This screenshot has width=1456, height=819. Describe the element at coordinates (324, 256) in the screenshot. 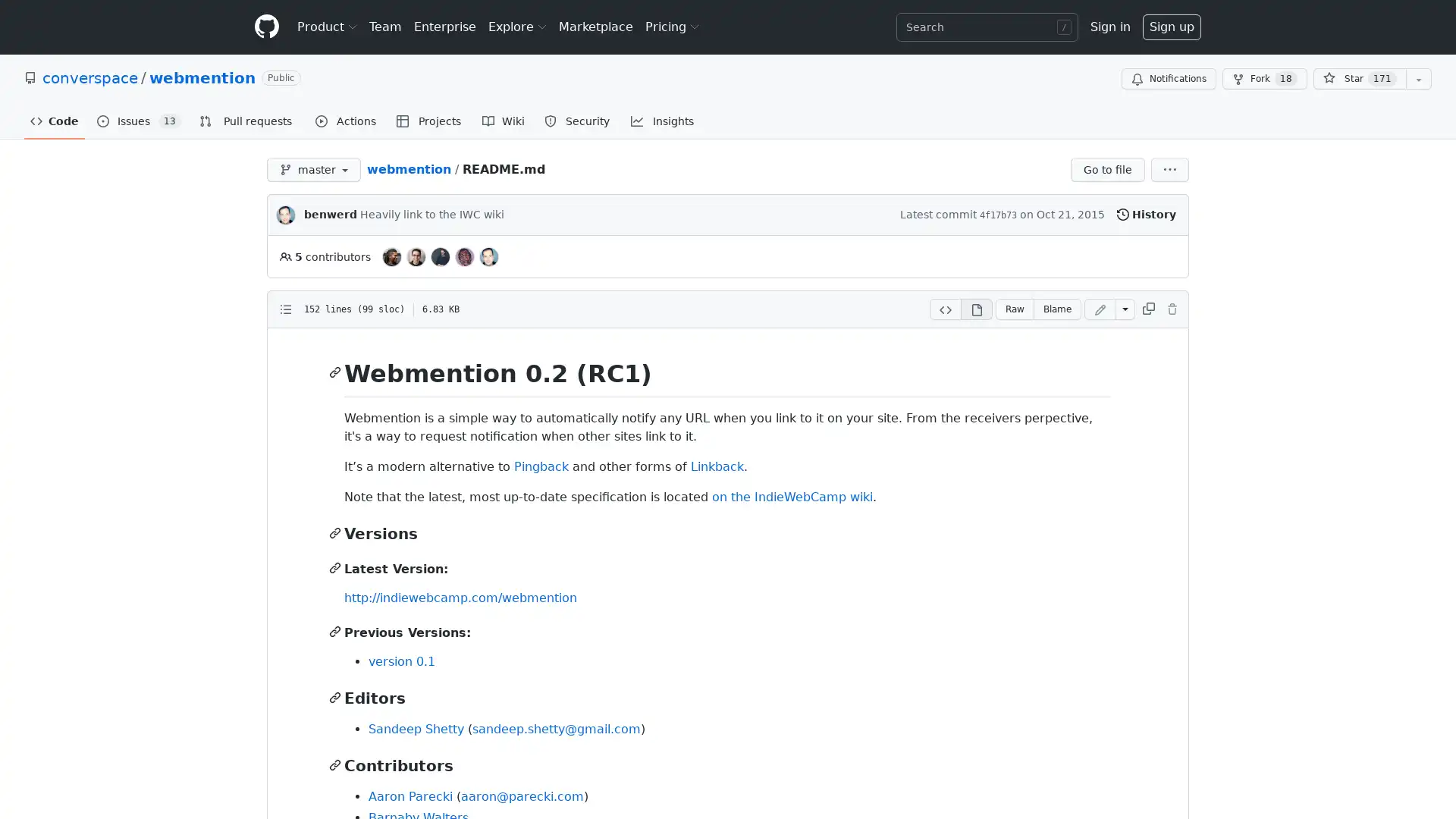

I see `5 contributors` at that location.